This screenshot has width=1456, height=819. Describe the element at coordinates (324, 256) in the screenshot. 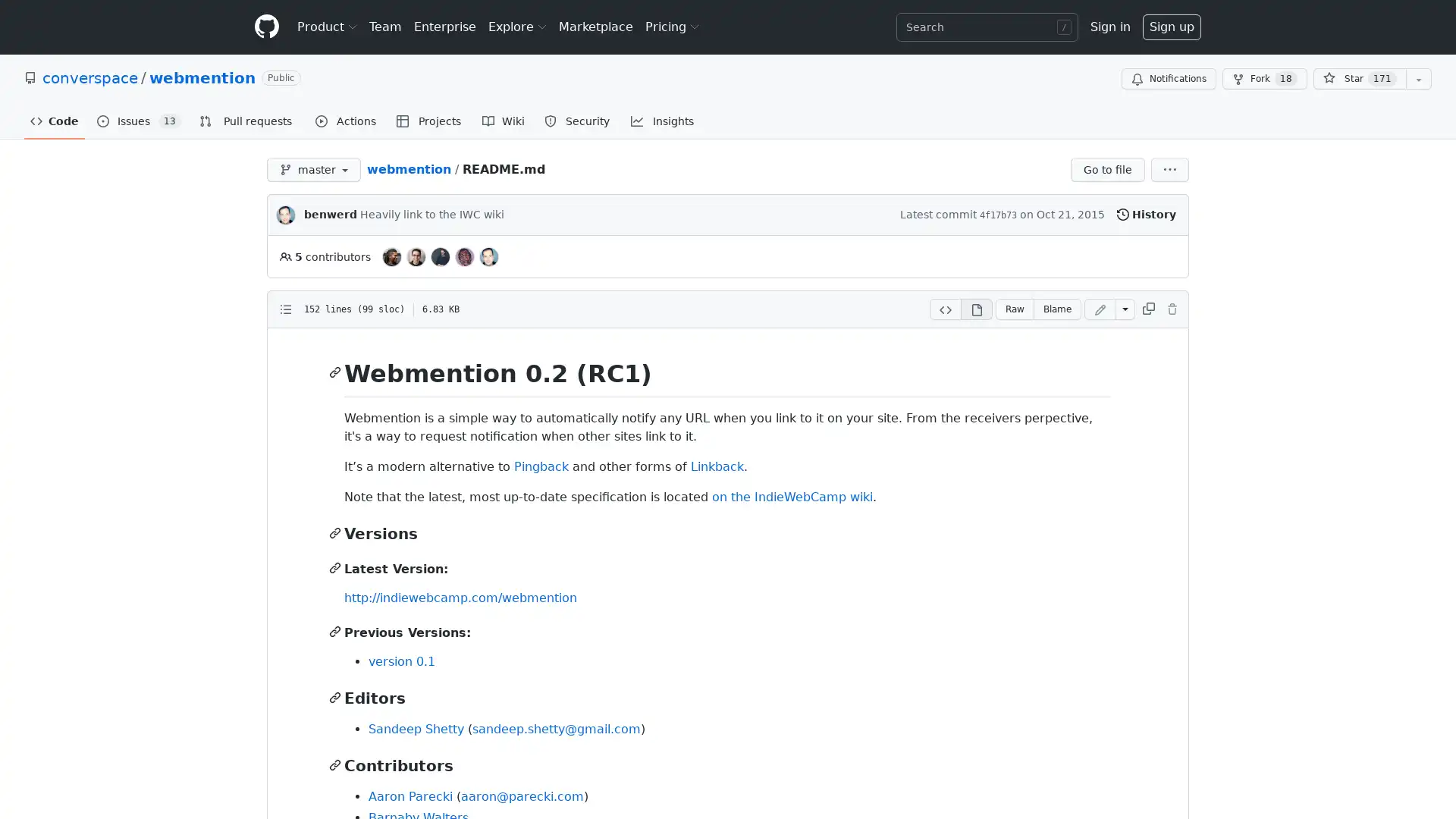

I see `5 contributors` at that location.